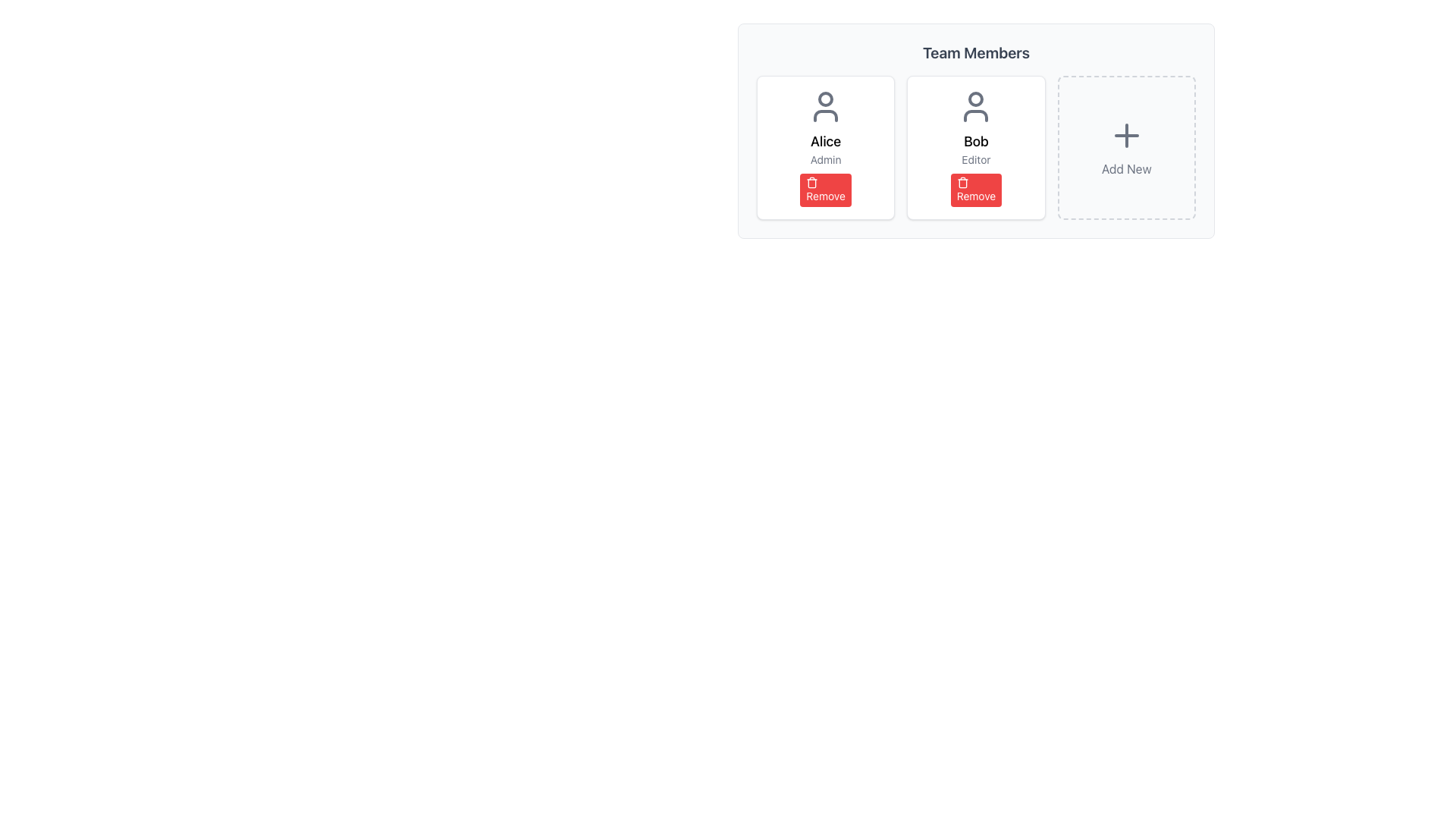 This screenshot has width=1456, height=819. I want to click on the button that adds a new member, positioned to the right of 'Alice' and 'Bob', to observe hover effects, so click(1126, 148).